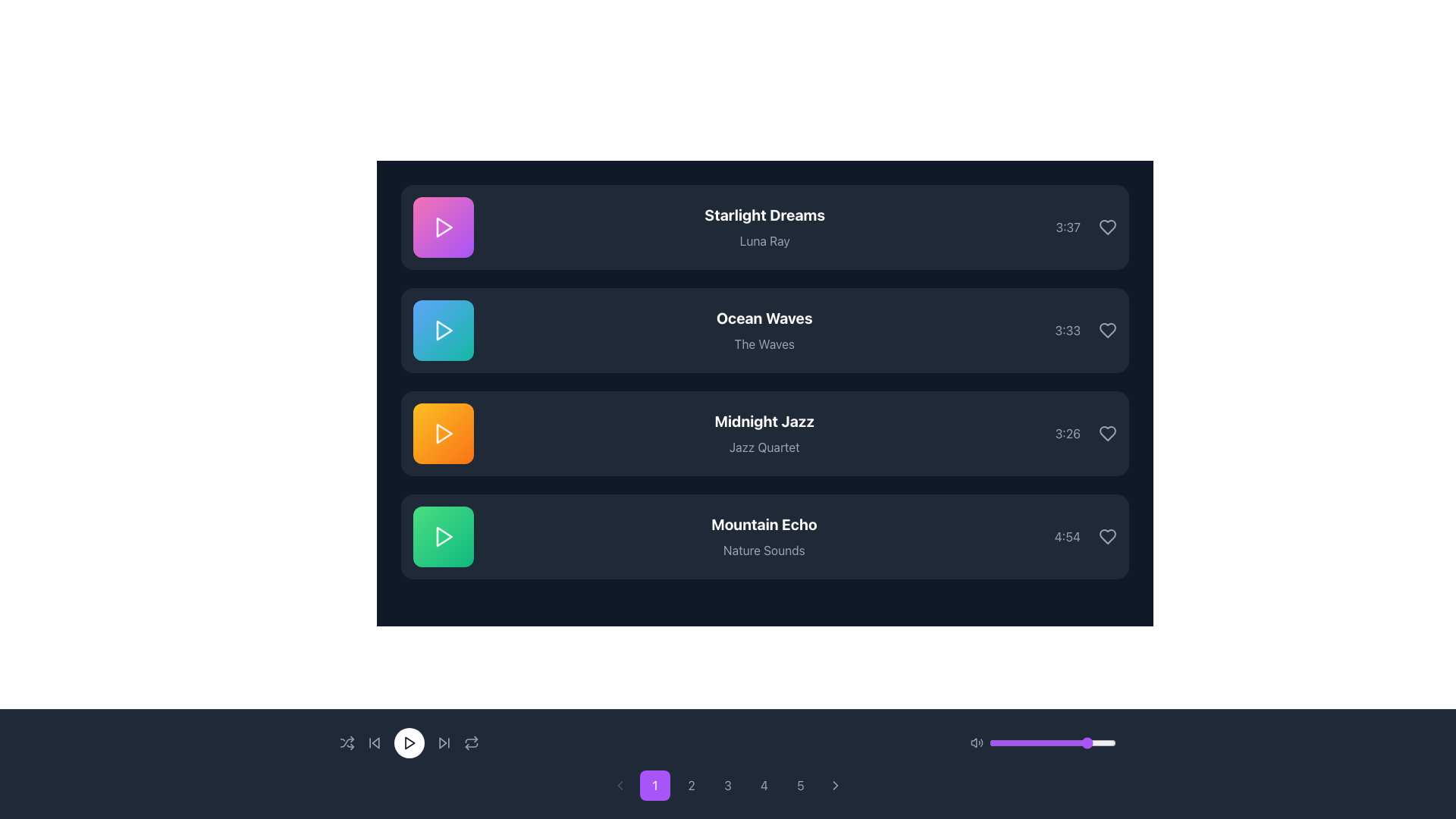 The width and height of the screenshot is (1456, 819). Describe the element at coordinates (1067, 329) in the screenshot. I see `the static text display that shows the duration of the track 'Ocean Waves', which is positioned to the right end of the list item entry and flanked by a heart icon` at that location.